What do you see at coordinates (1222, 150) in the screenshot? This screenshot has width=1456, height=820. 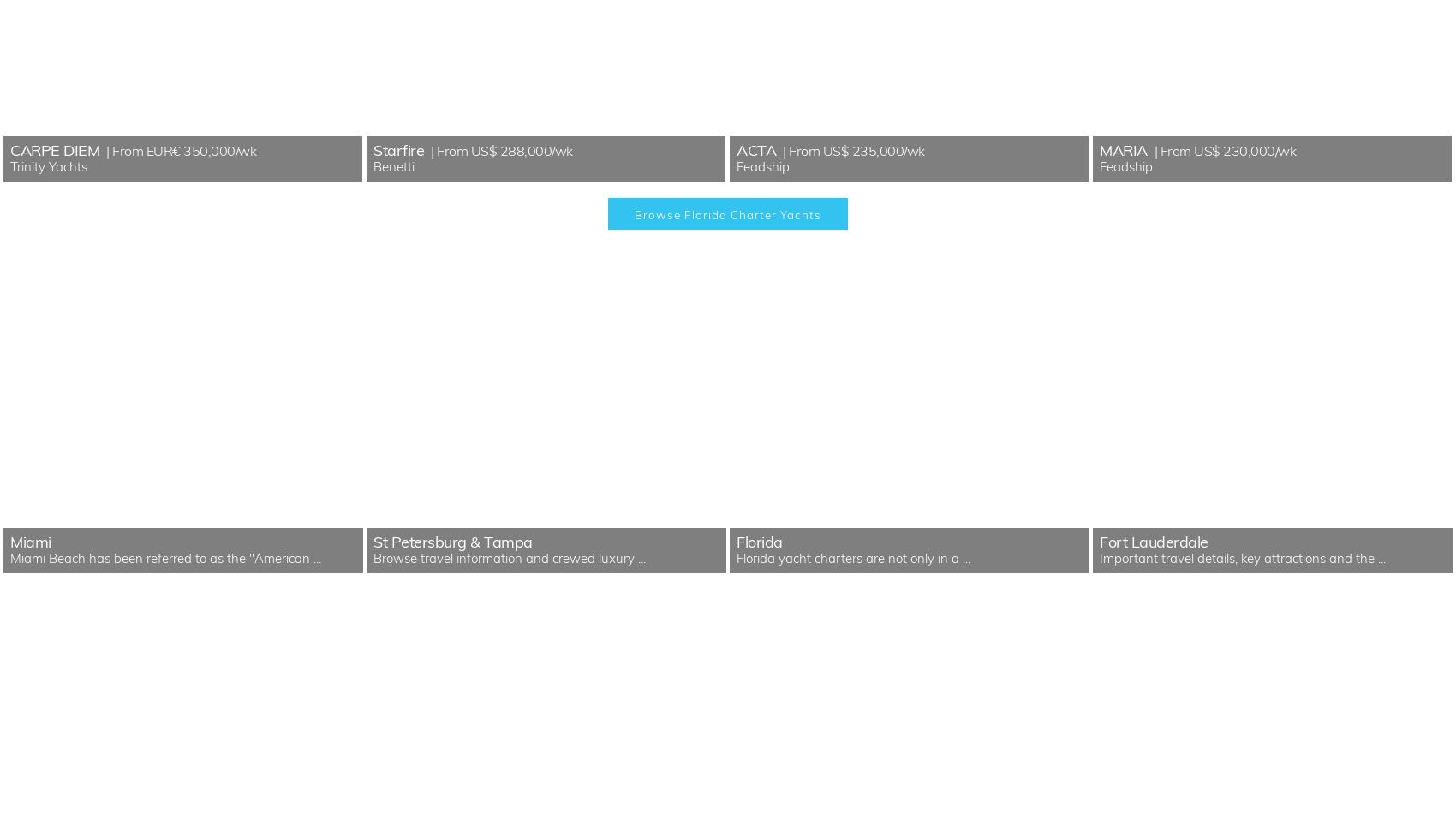 I see `'| From US$ 230,000/wk'` at bounding box center [1222, 150].